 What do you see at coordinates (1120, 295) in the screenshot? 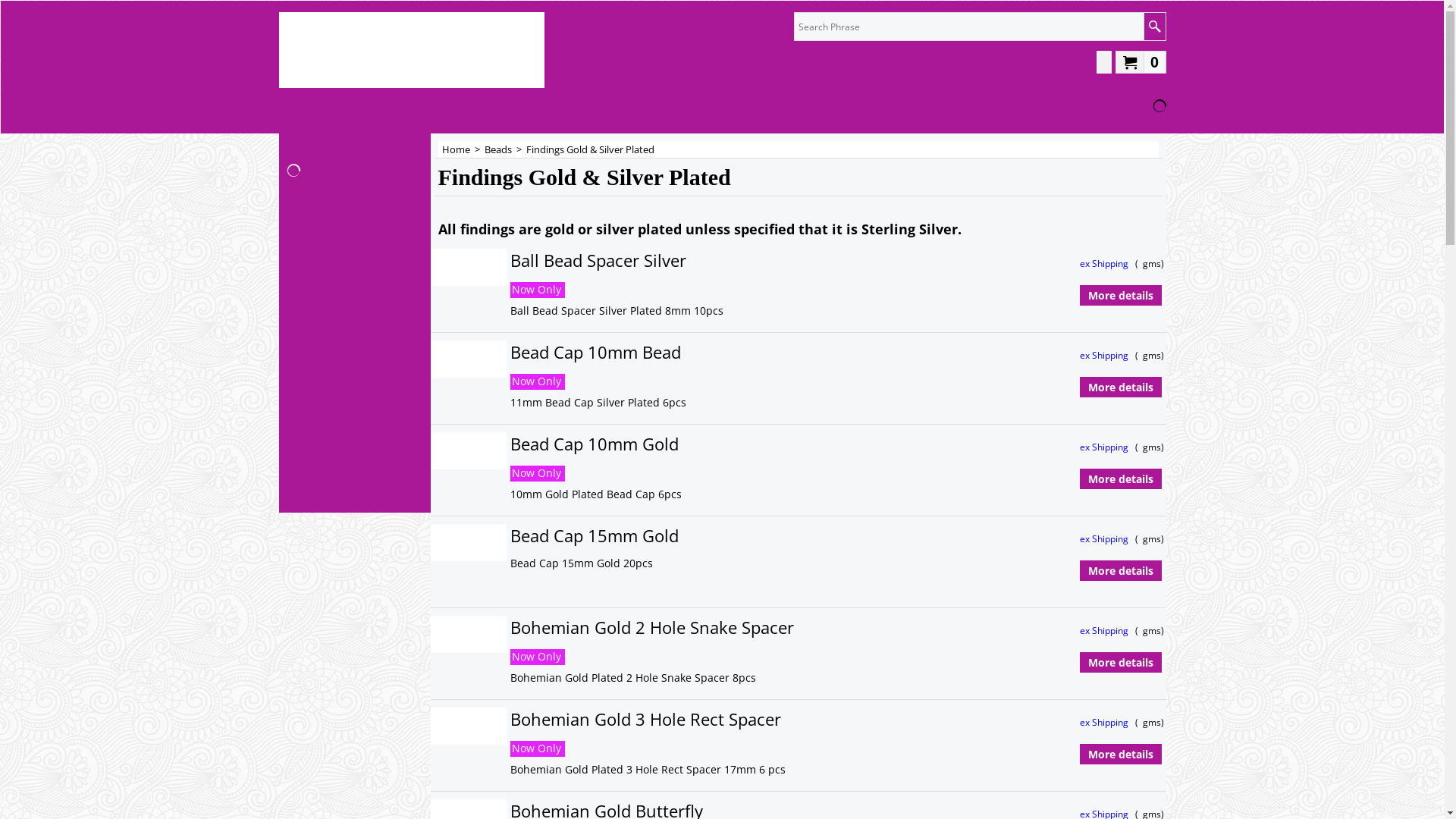
I see `'More details'` at bounding box center [1120, 295].